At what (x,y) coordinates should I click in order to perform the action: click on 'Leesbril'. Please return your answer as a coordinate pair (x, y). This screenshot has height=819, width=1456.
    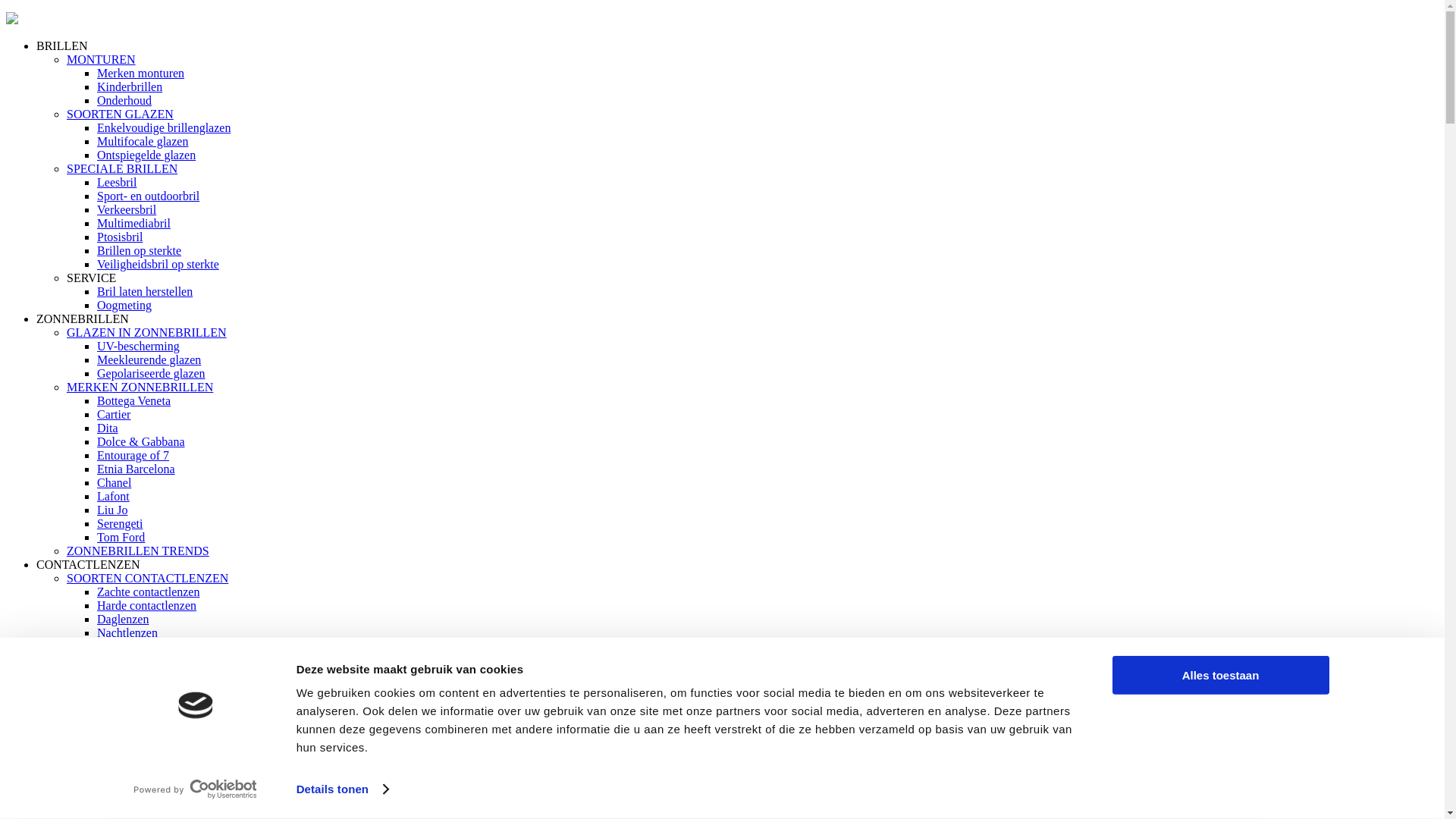
    Looking at the image, I should click on (96, 181).